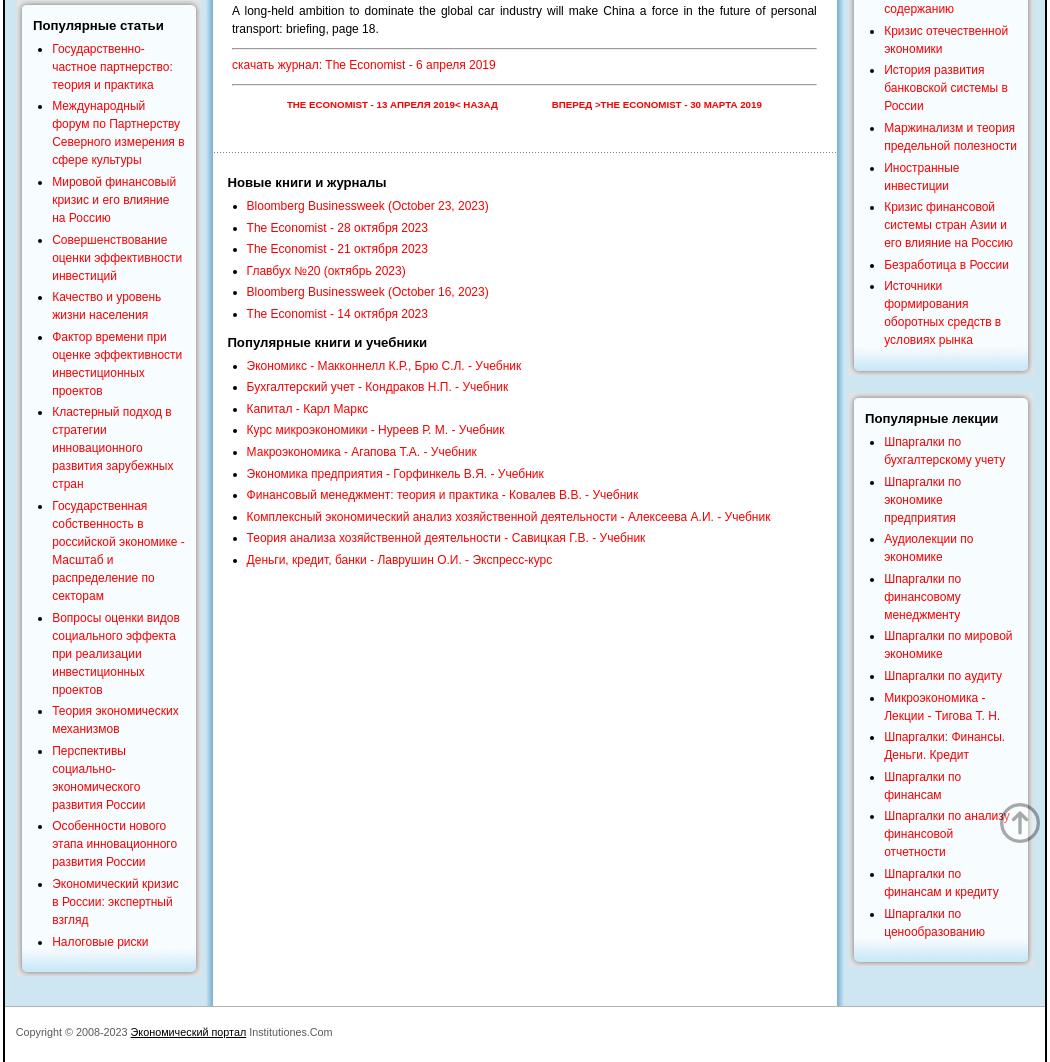 The width and height of the screenshot is (1050, 1062). Describe the element at coordinates (112, 65) in the screenshot. I see `'Государственно-частное партнерство: теория и практика'` at that location.